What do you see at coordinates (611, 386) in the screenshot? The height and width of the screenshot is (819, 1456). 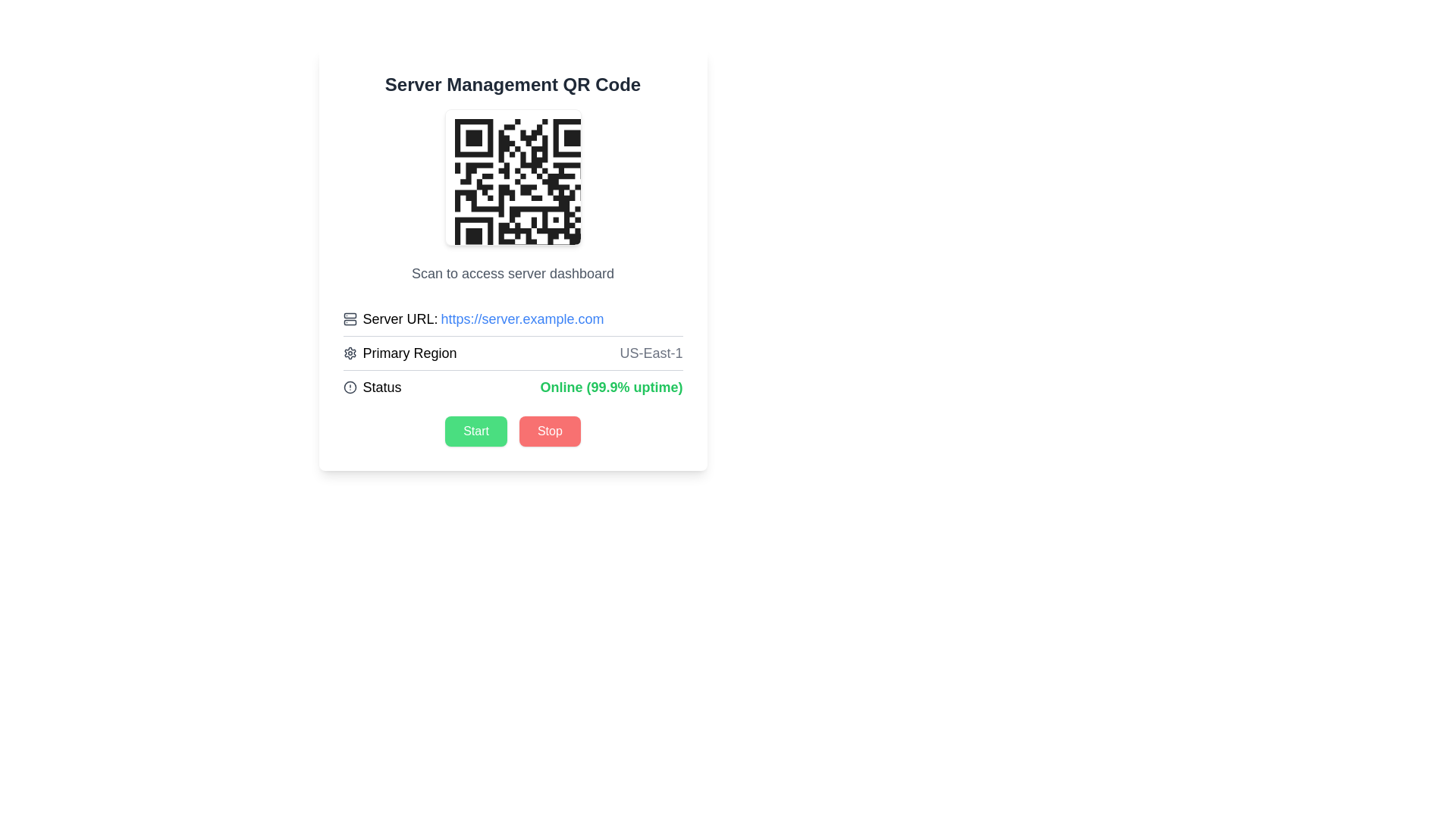 I see `the text label indicating the online status and uptime percentage of the service` at bounding box center [611, 386].